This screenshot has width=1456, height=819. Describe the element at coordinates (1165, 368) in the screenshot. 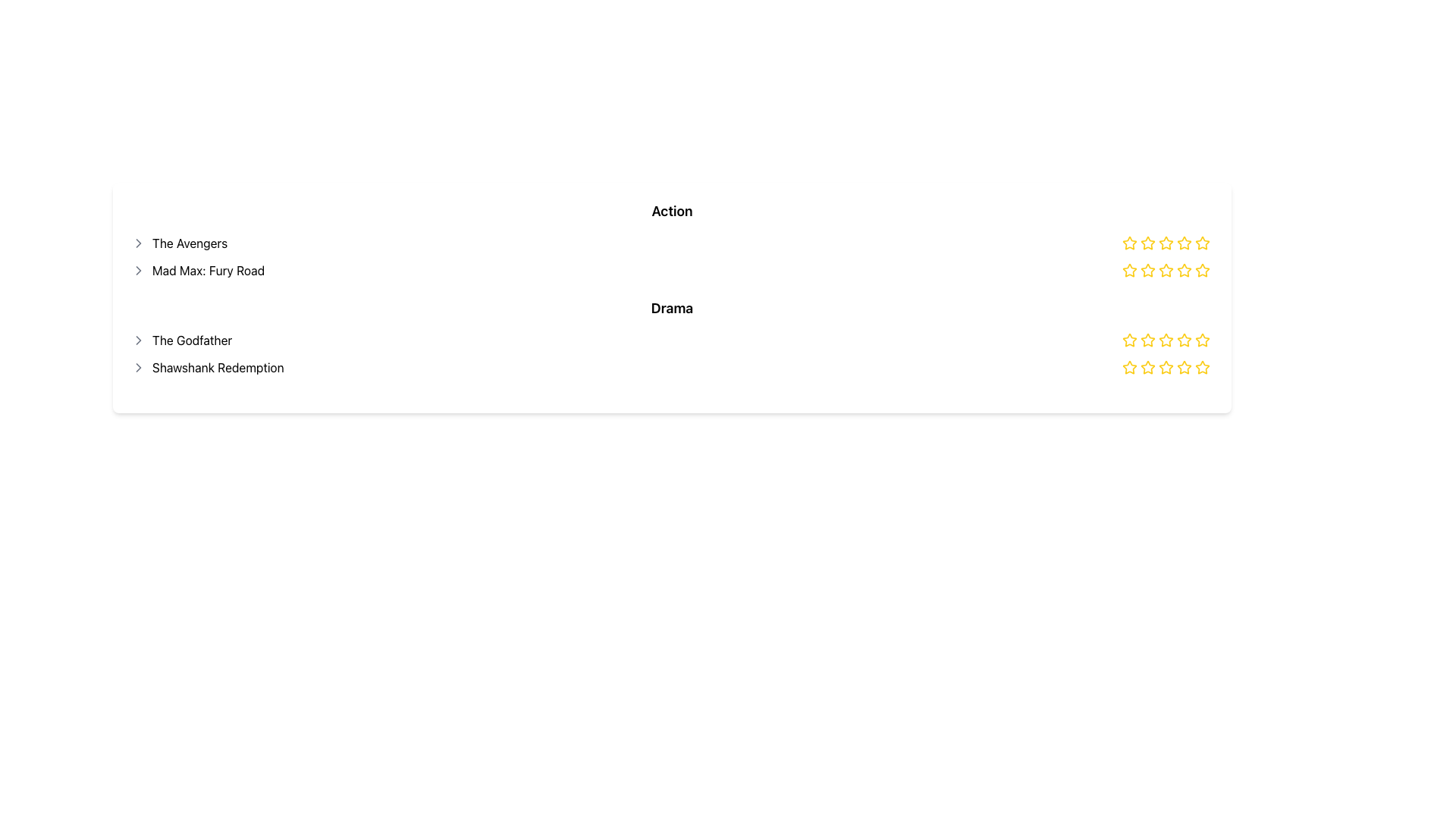

I see `the fourth star icon in the star rating system` at that location.